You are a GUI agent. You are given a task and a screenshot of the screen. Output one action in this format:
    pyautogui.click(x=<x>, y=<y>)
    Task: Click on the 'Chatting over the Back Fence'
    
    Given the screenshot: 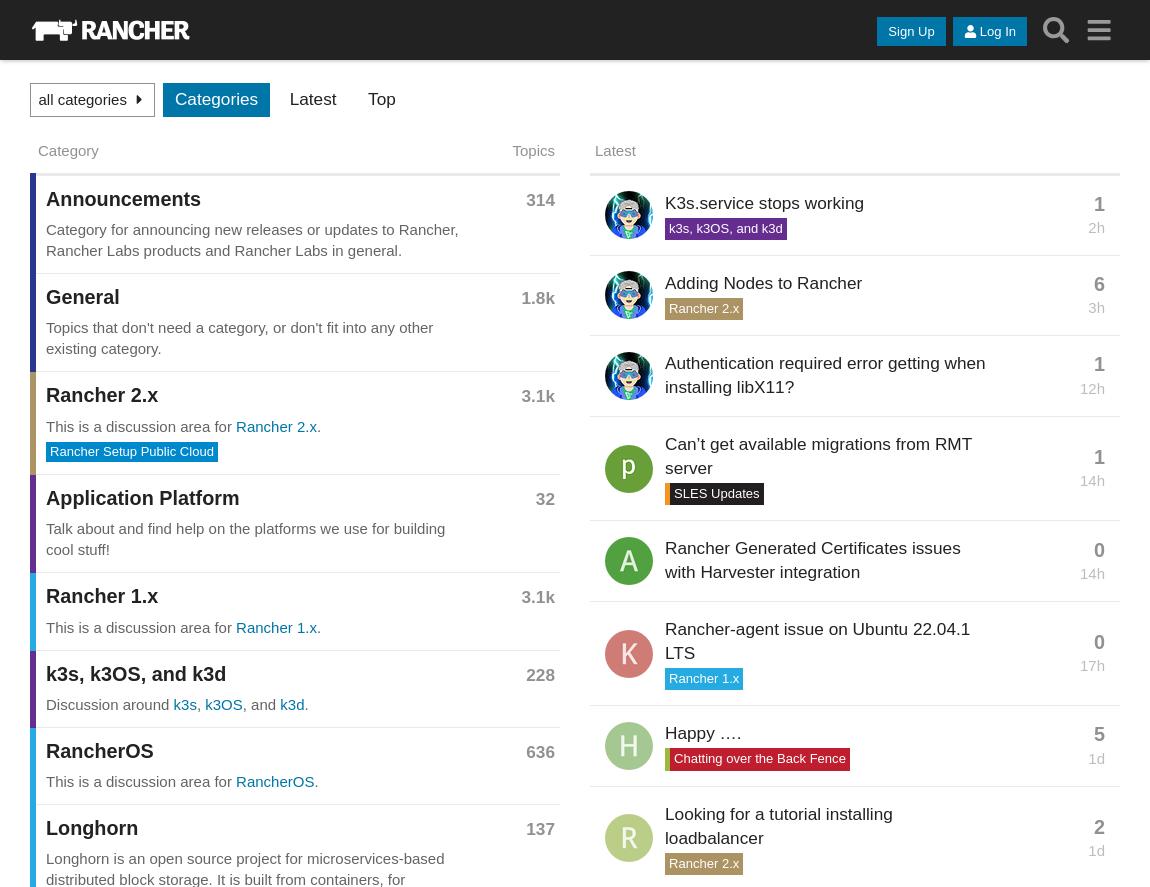 What is the action you would take?
    pyautogui.click(x=758, y=757)
    